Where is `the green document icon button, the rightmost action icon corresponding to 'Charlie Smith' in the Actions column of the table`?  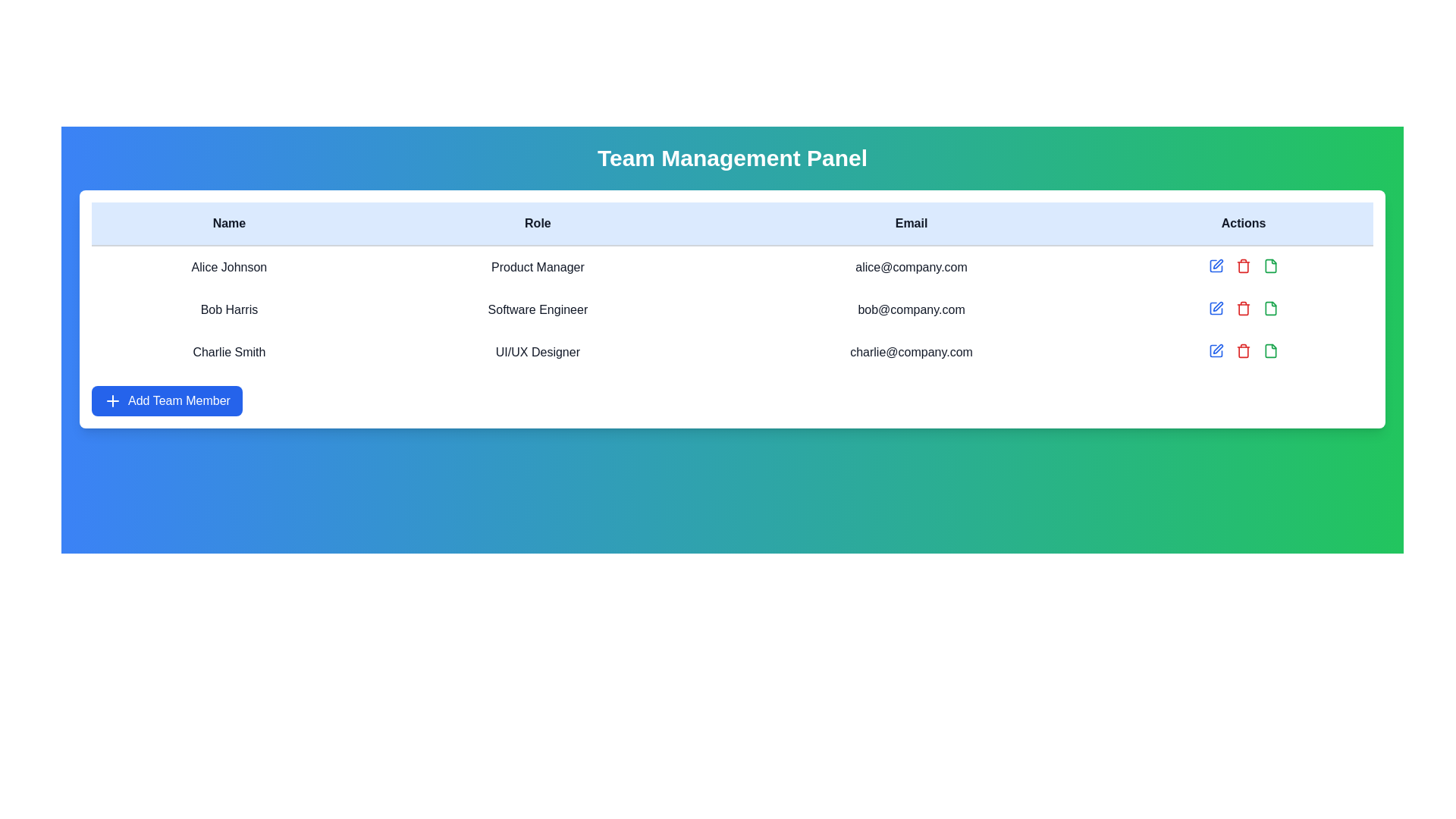
the green document icon button, the rightmost action icon corresponding to 'Charlie Smith' in the Actions column of the table is located at coordinates (1270, 350).